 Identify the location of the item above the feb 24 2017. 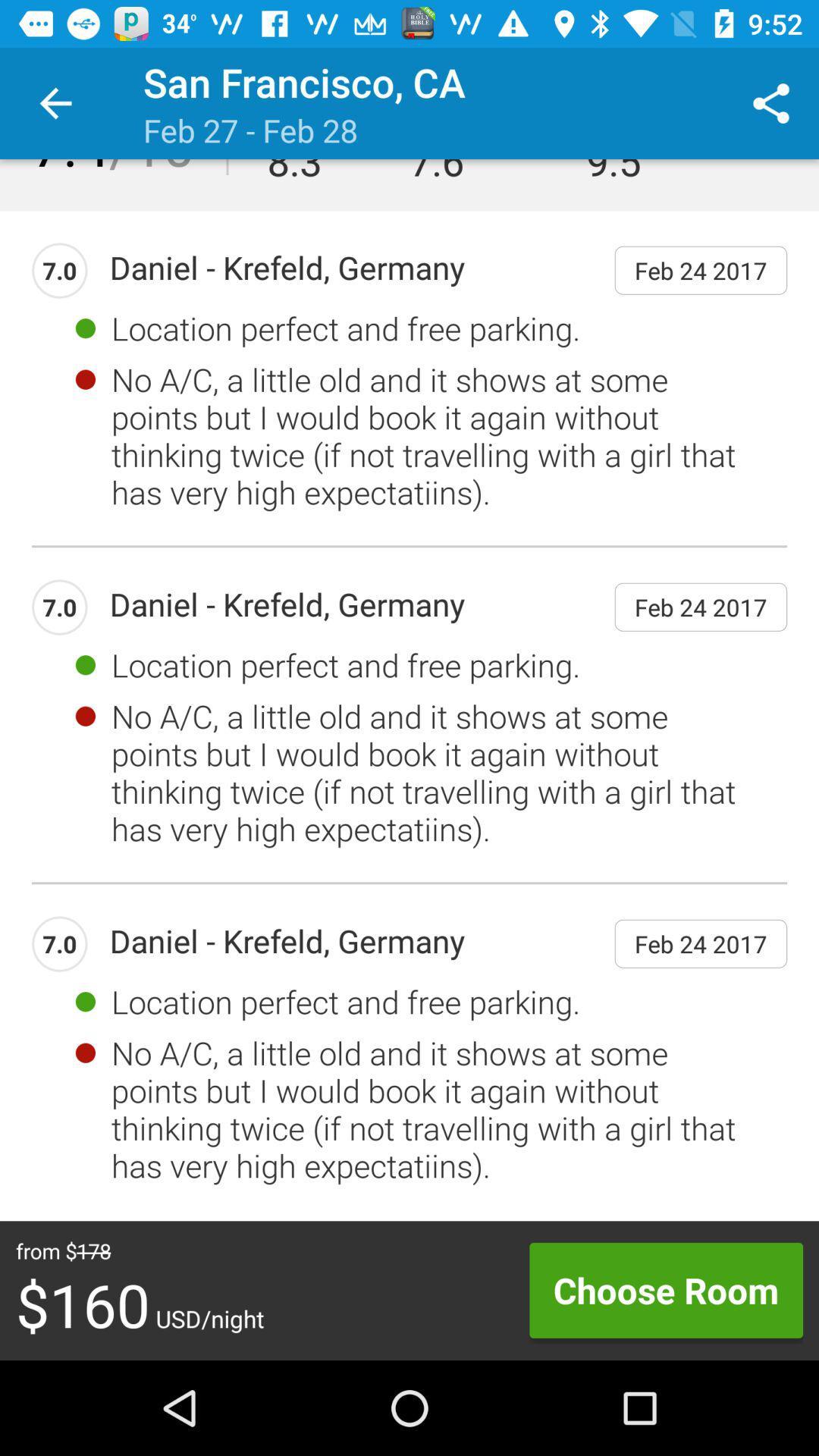
(771, 102).